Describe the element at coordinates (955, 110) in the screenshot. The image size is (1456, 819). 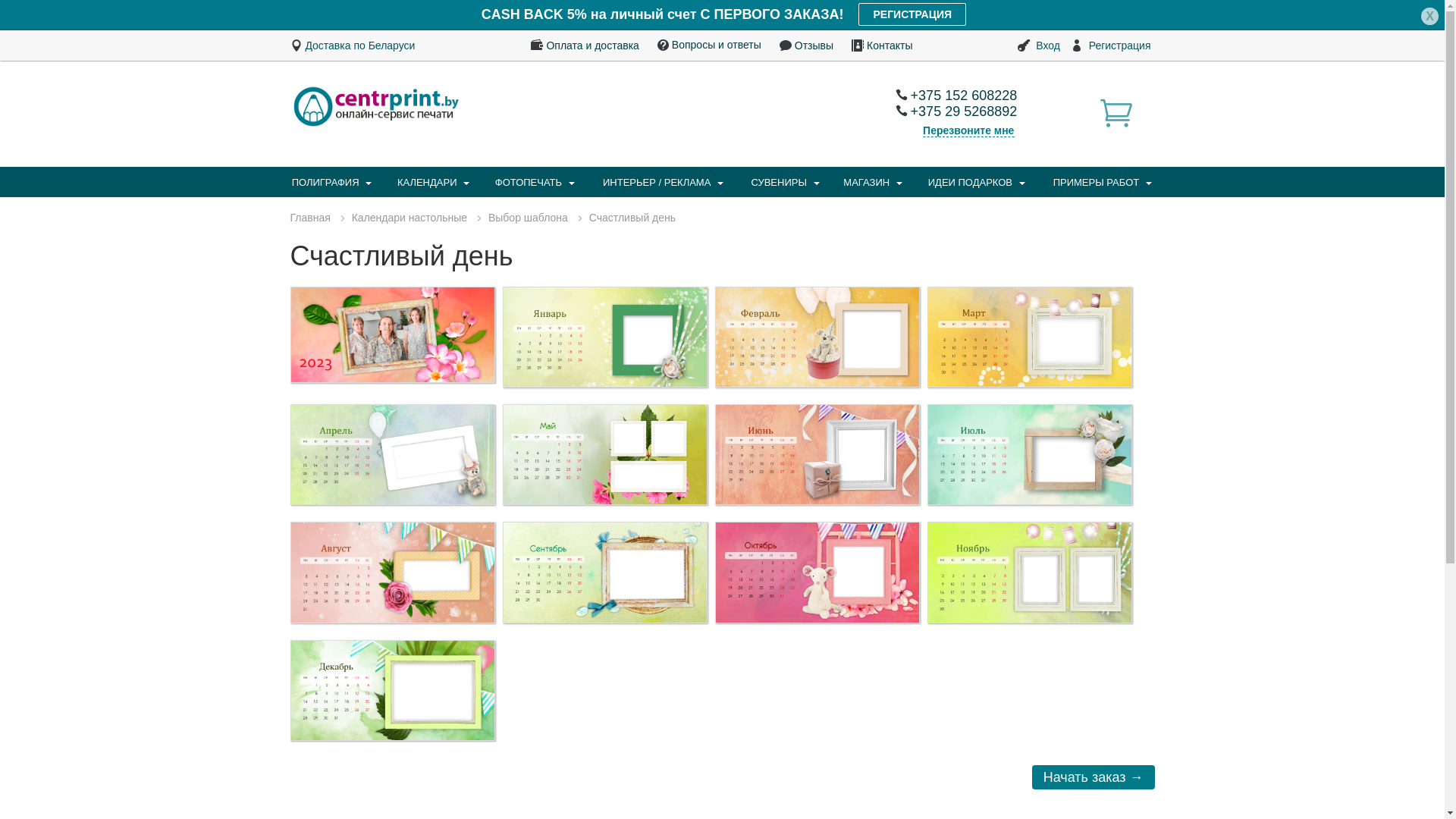
I see `'+375 29 5268892'` at that location.